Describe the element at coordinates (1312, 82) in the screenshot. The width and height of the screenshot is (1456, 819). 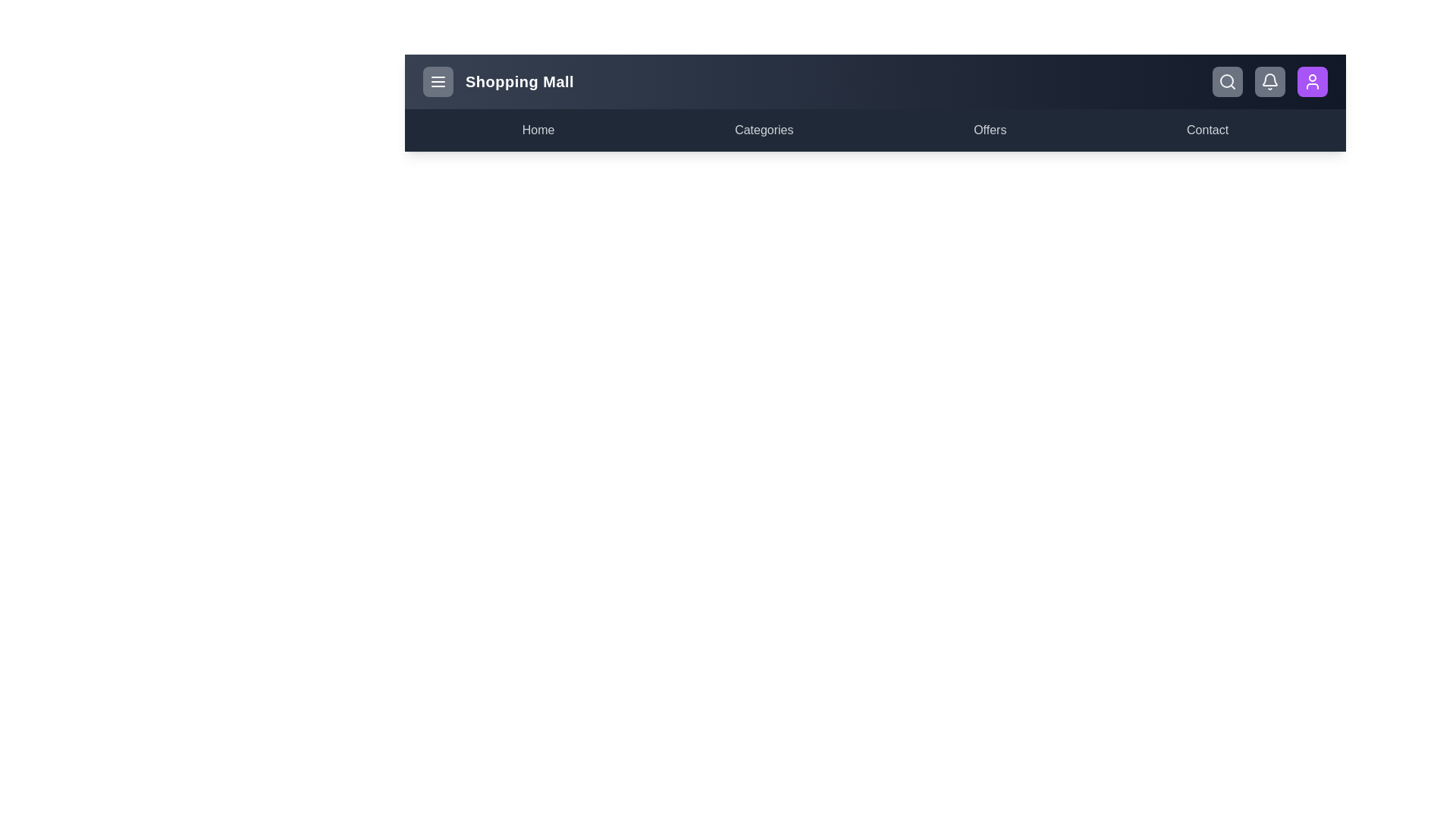
I see `the user profile button` at that location.